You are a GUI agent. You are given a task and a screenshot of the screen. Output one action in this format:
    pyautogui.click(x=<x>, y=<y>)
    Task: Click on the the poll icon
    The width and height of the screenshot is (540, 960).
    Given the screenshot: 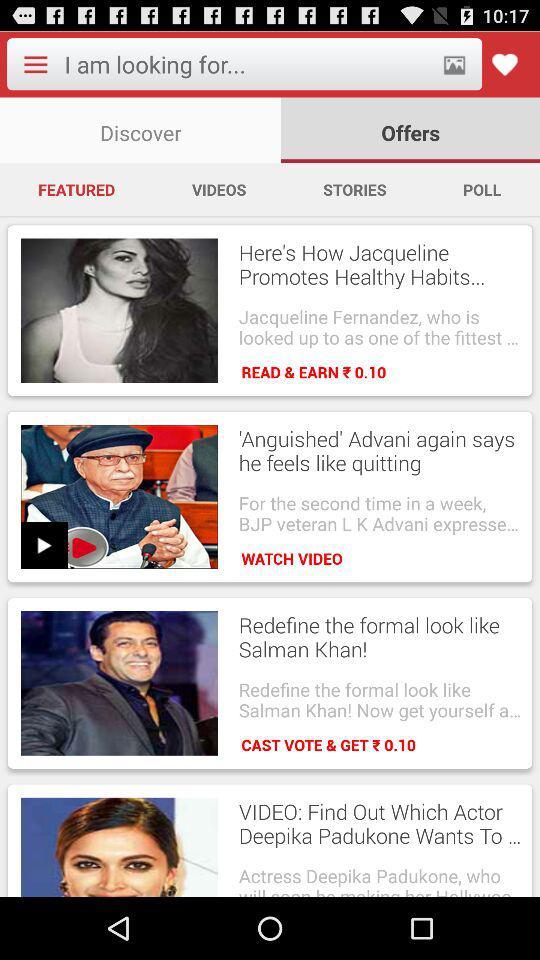 What is the action you would take?
    pyautogui.click(x=481, y=189)
    